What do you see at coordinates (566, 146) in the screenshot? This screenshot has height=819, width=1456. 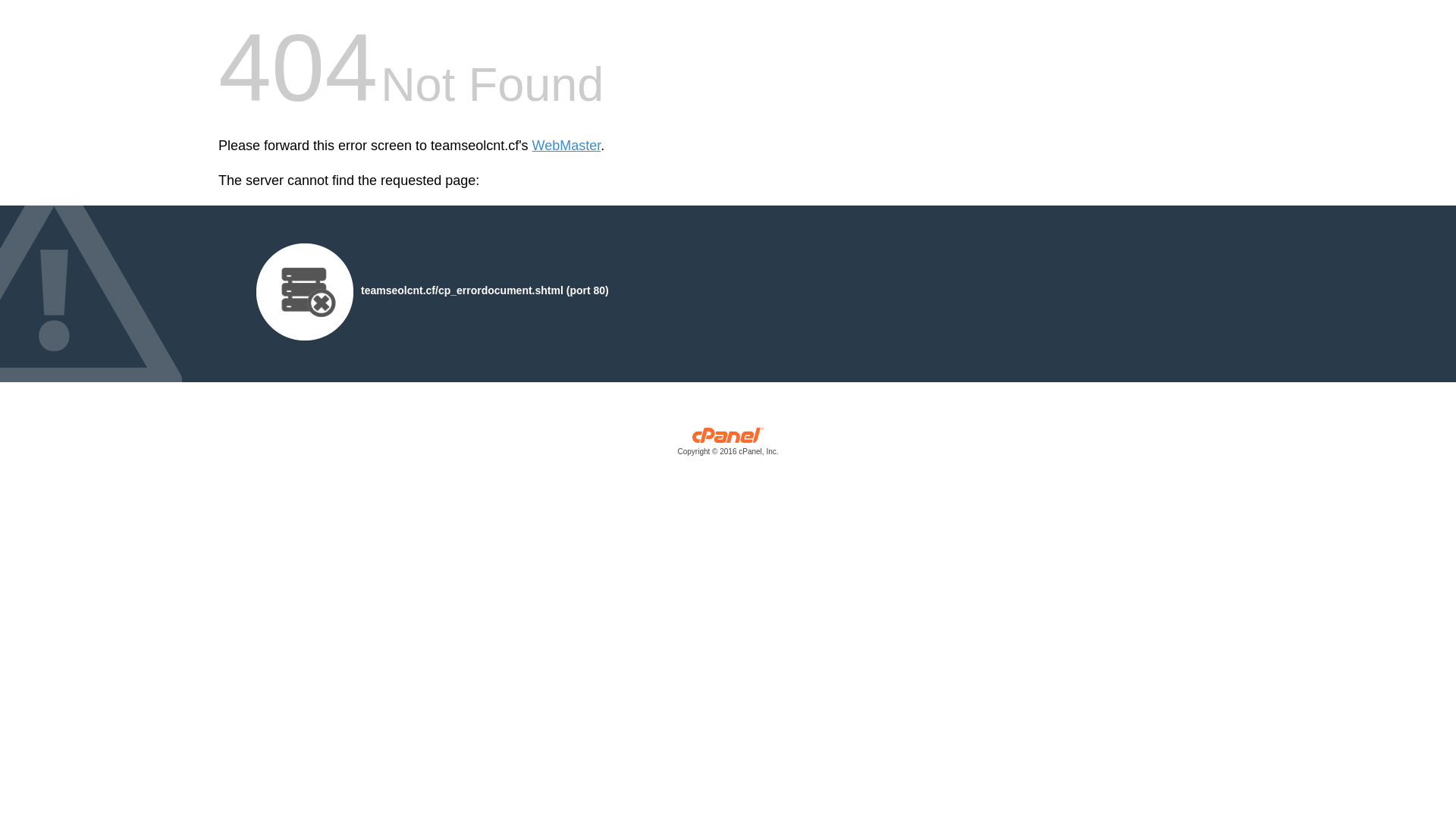 I see `'WebMaster'` at bounding box center [566, 146].